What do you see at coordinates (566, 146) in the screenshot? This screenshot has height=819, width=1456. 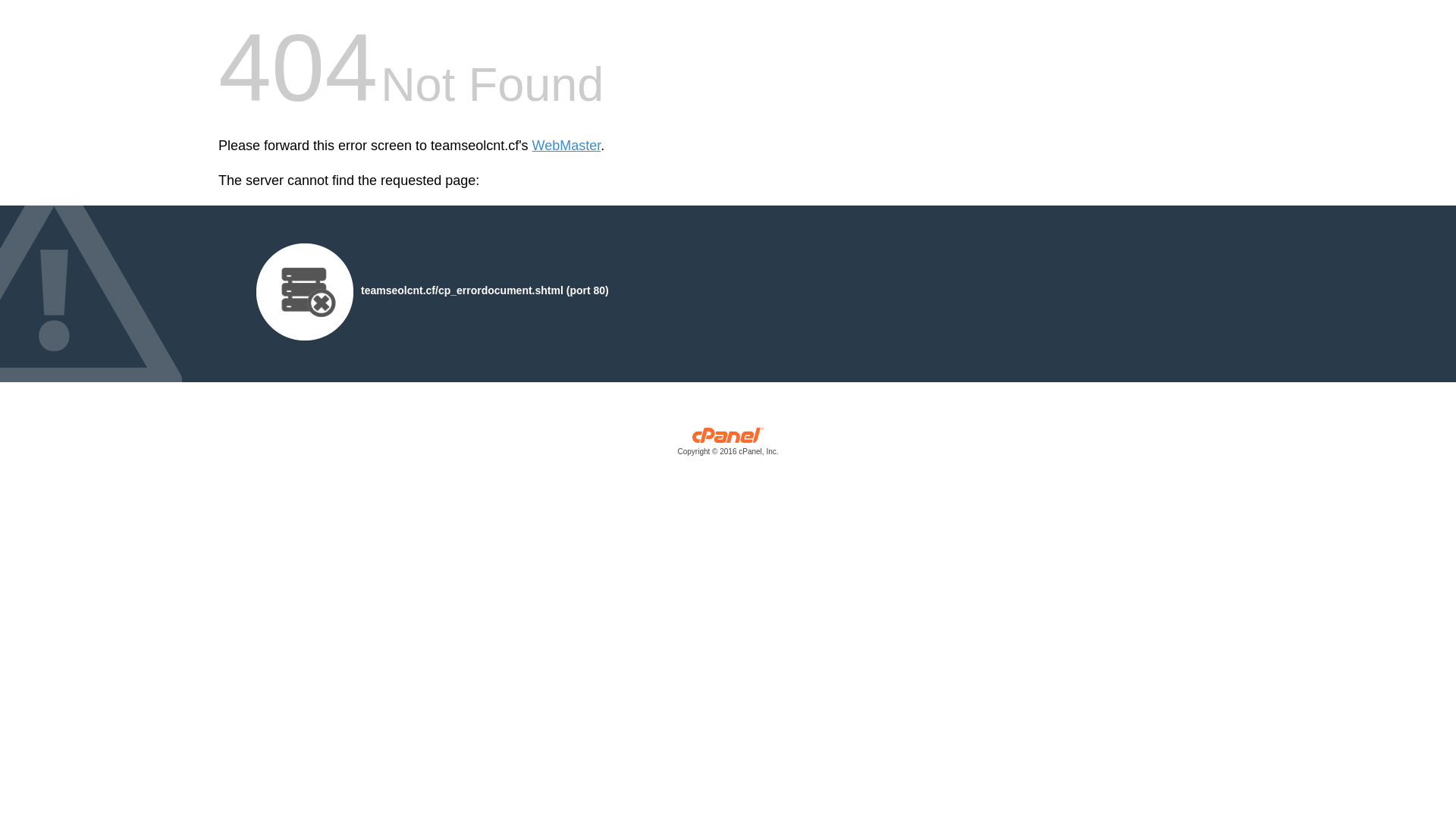 I see `'WebMaster'` at bounding box center [566, 146].